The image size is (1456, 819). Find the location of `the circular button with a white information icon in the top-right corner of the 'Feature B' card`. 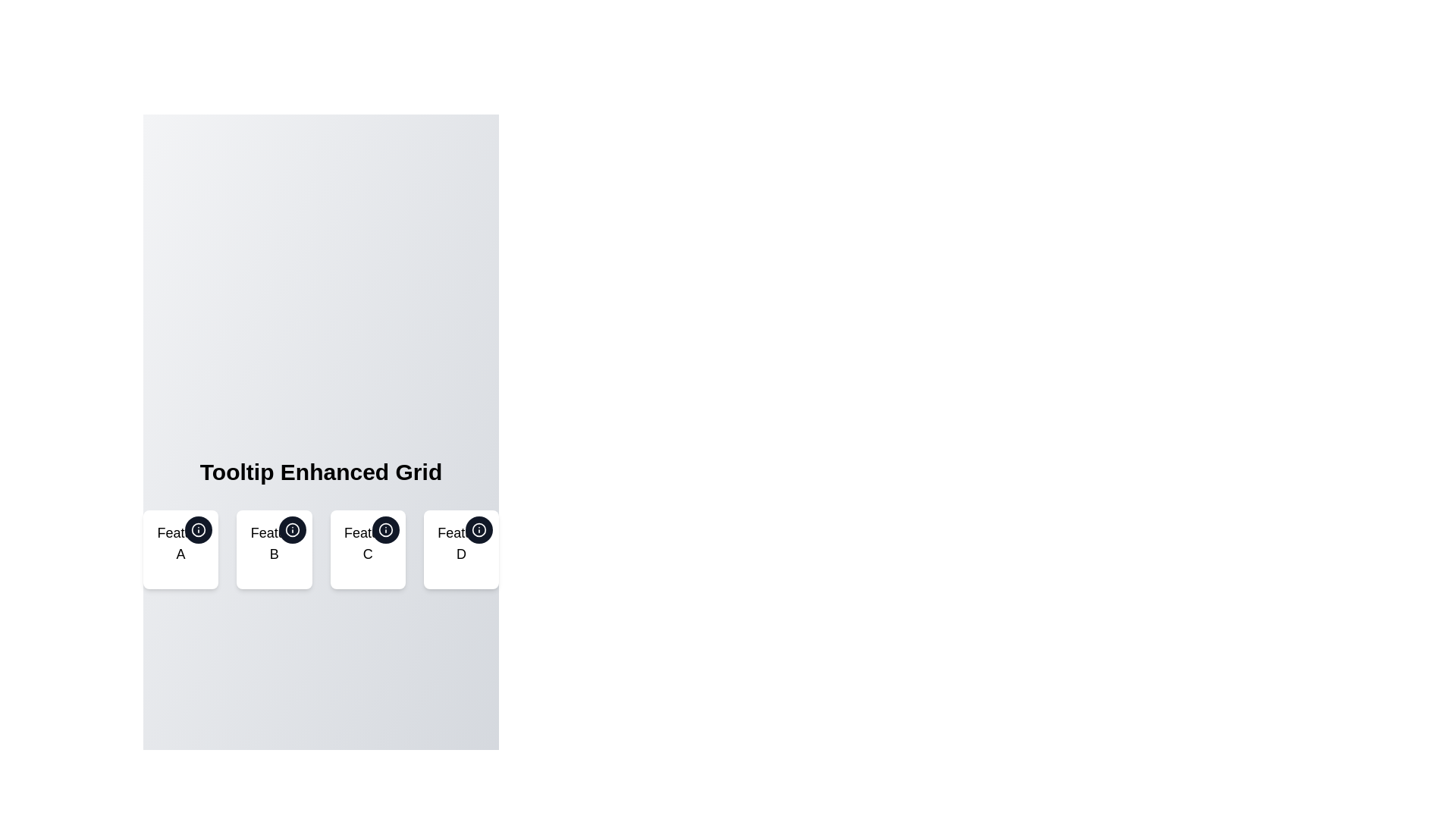

the circular button with a white information icon in the top-right corner of the 'Feature B' card is located at coordinates (292, 529).